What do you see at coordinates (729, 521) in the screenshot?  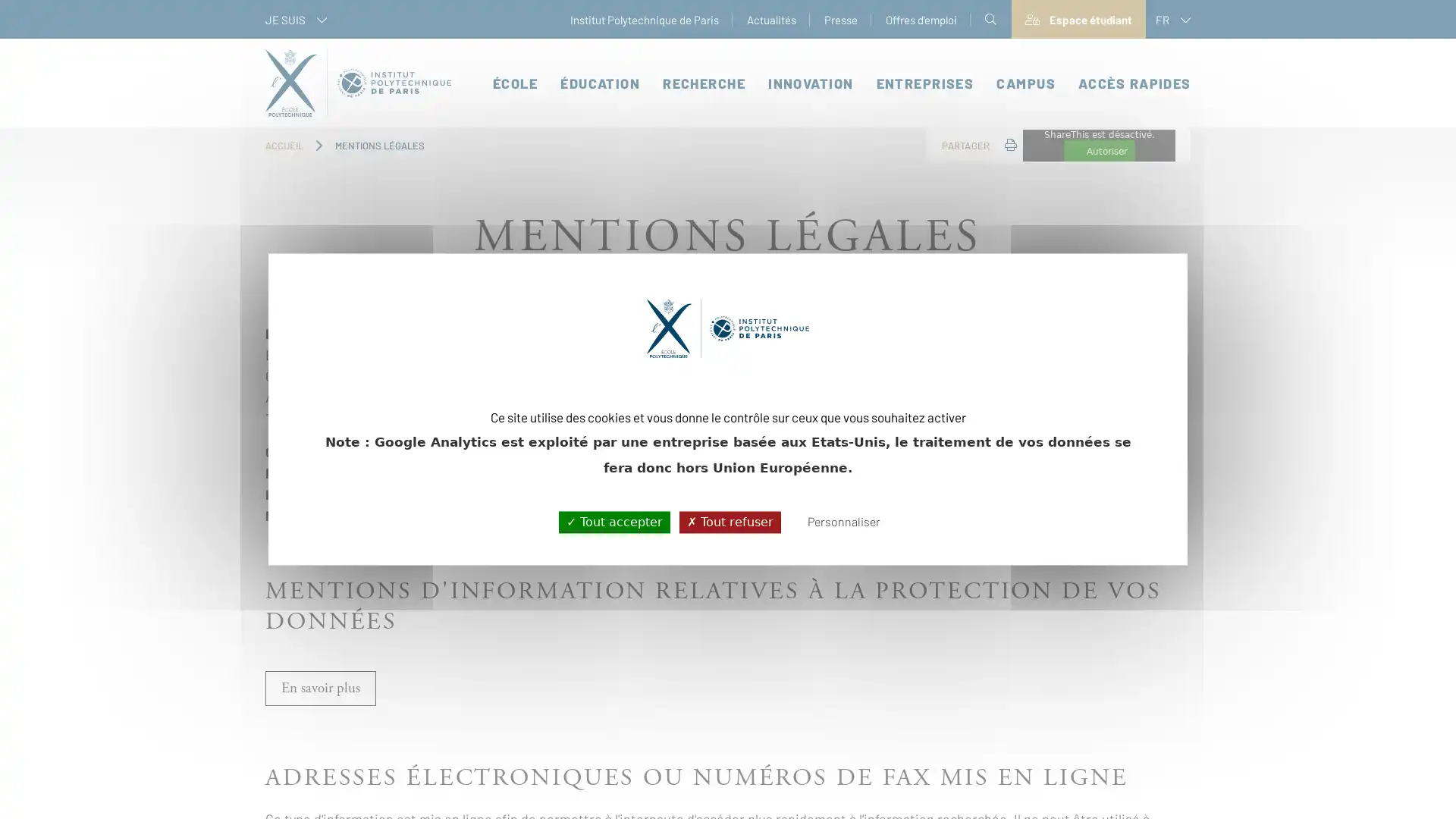 I see `Tout refuser` at bounding box center [729, 521].